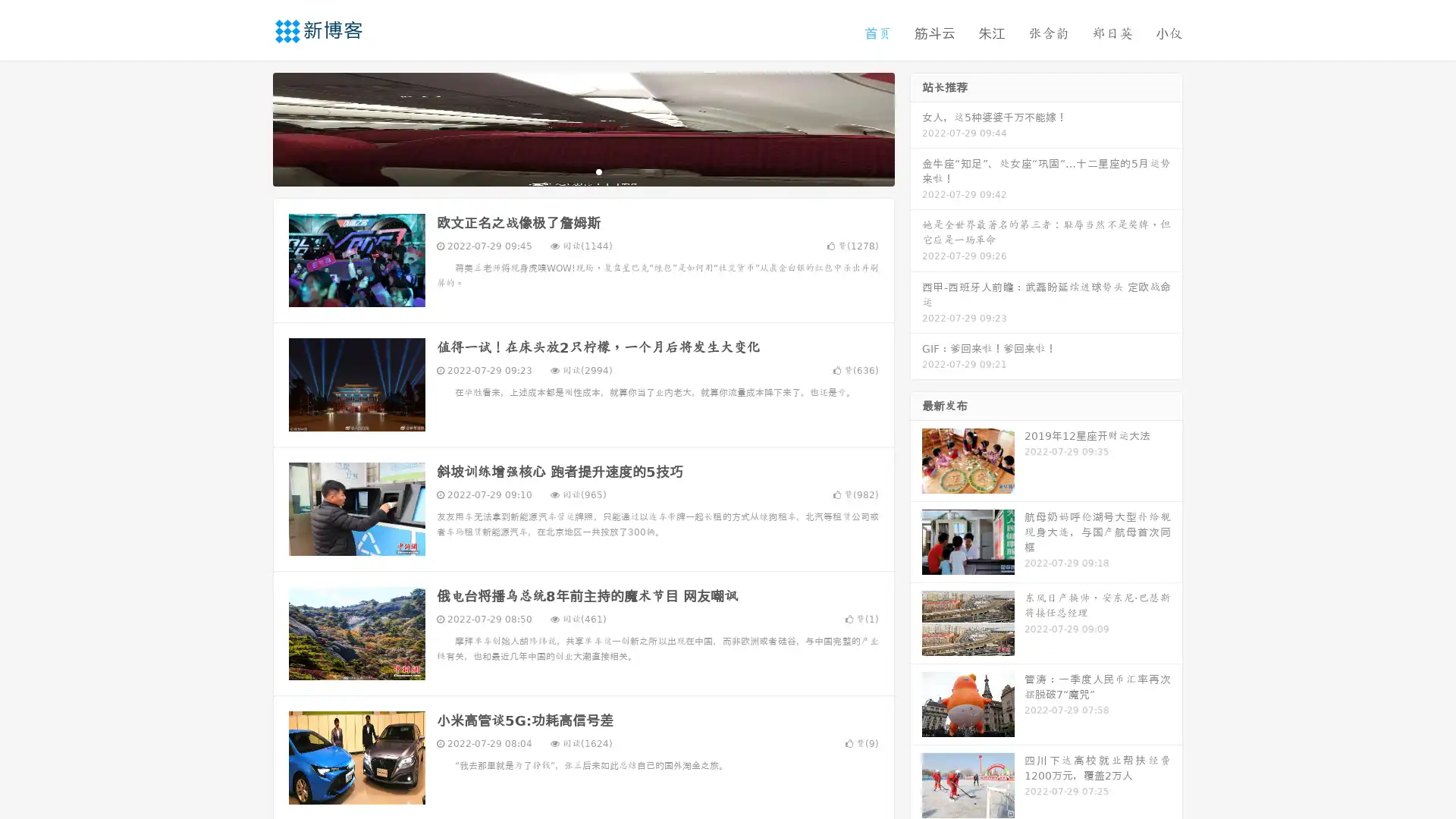  What do you see at coordinates (567, 171) in the screenshot?
I see `Go to slide 1` at bounding box center [567, 171].